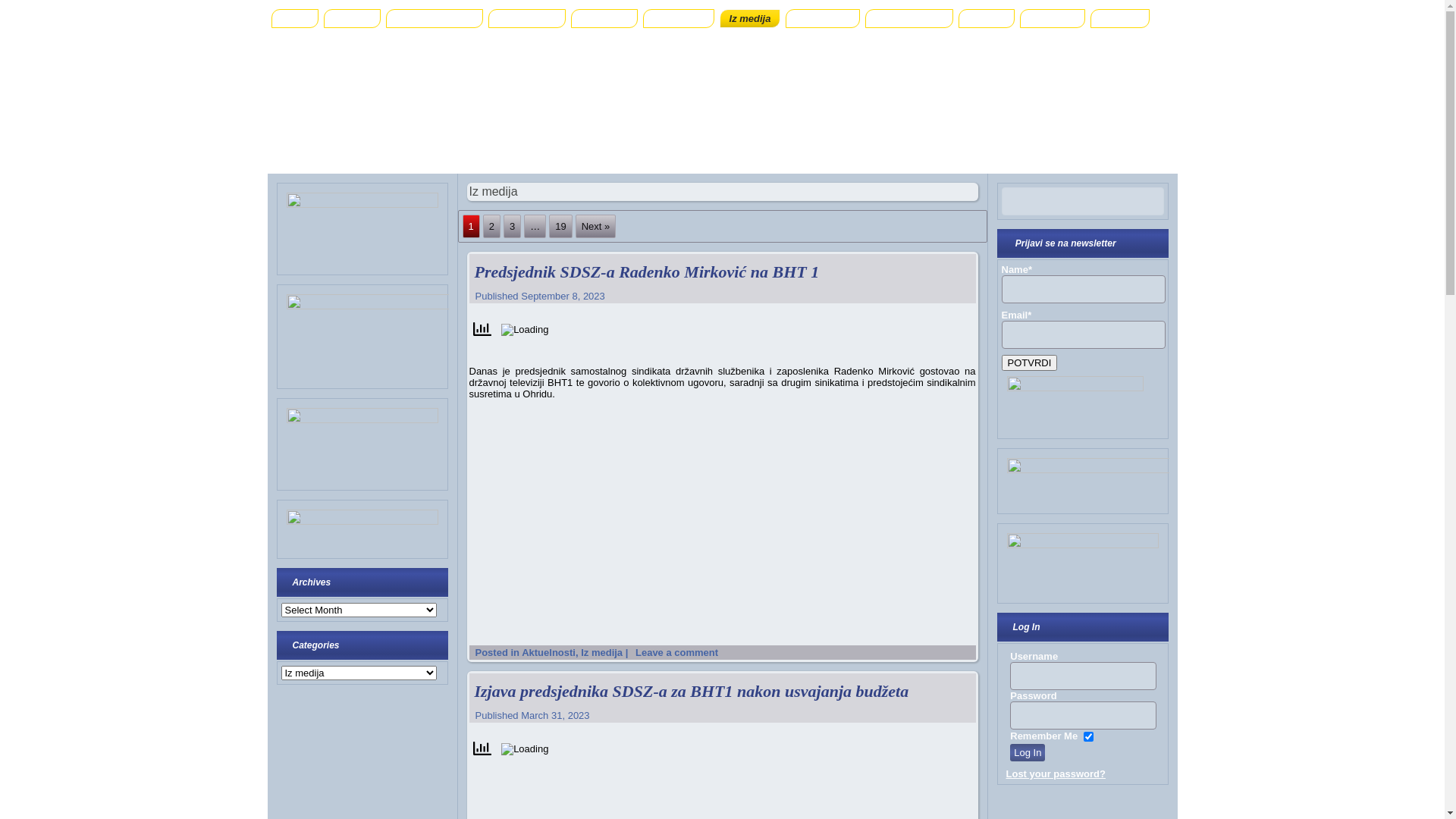 Image resolution: width=1456 pixels, height=819 pixels. What do you see at coordinates (512, 226) in the screenshot?
I see `'3'` at bounding box center [512, 226].